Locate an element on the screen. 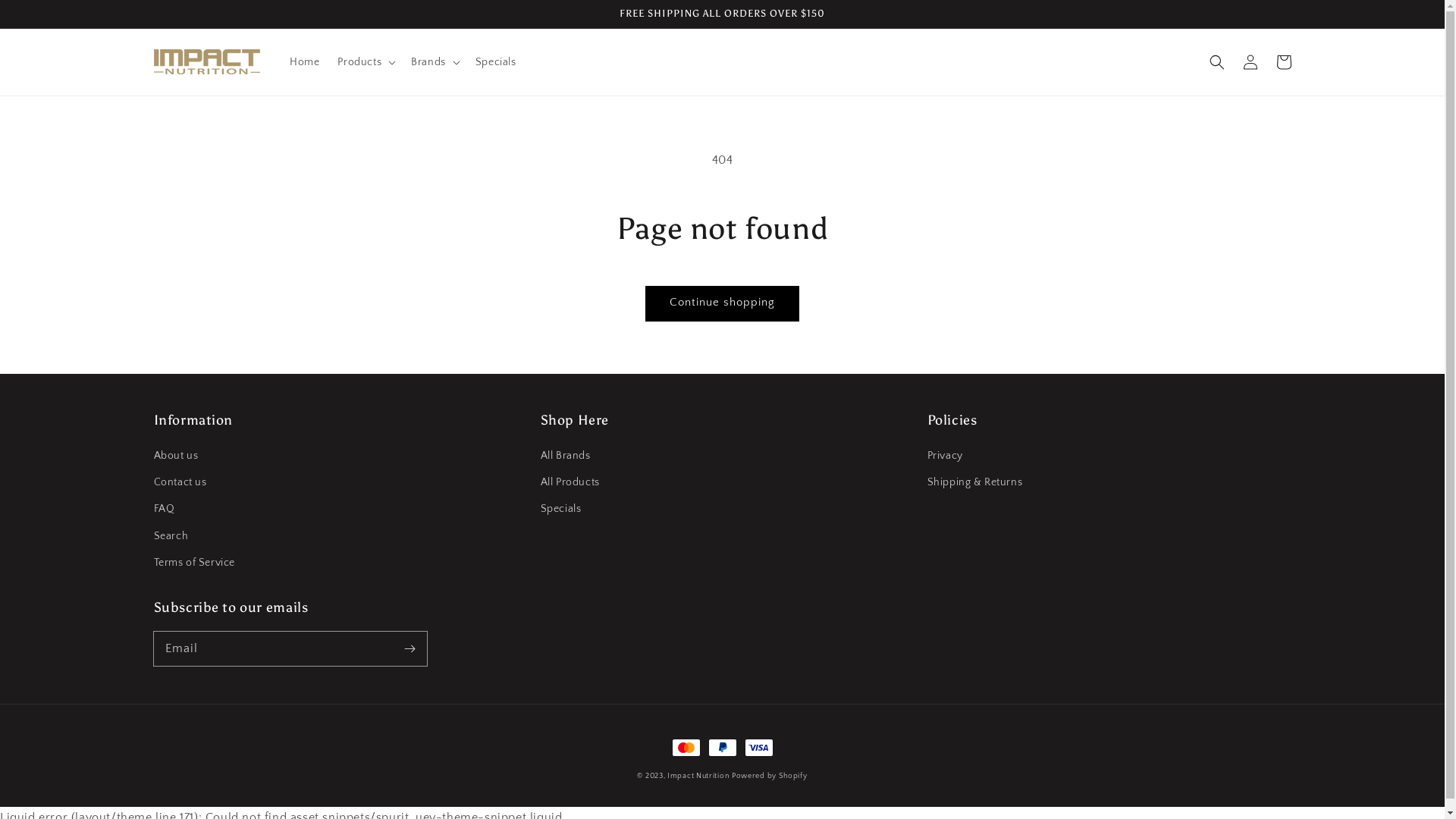 This screenshot has width=1456, height=819. 'Shipping & Returns' is located at coordinates (974, 482).